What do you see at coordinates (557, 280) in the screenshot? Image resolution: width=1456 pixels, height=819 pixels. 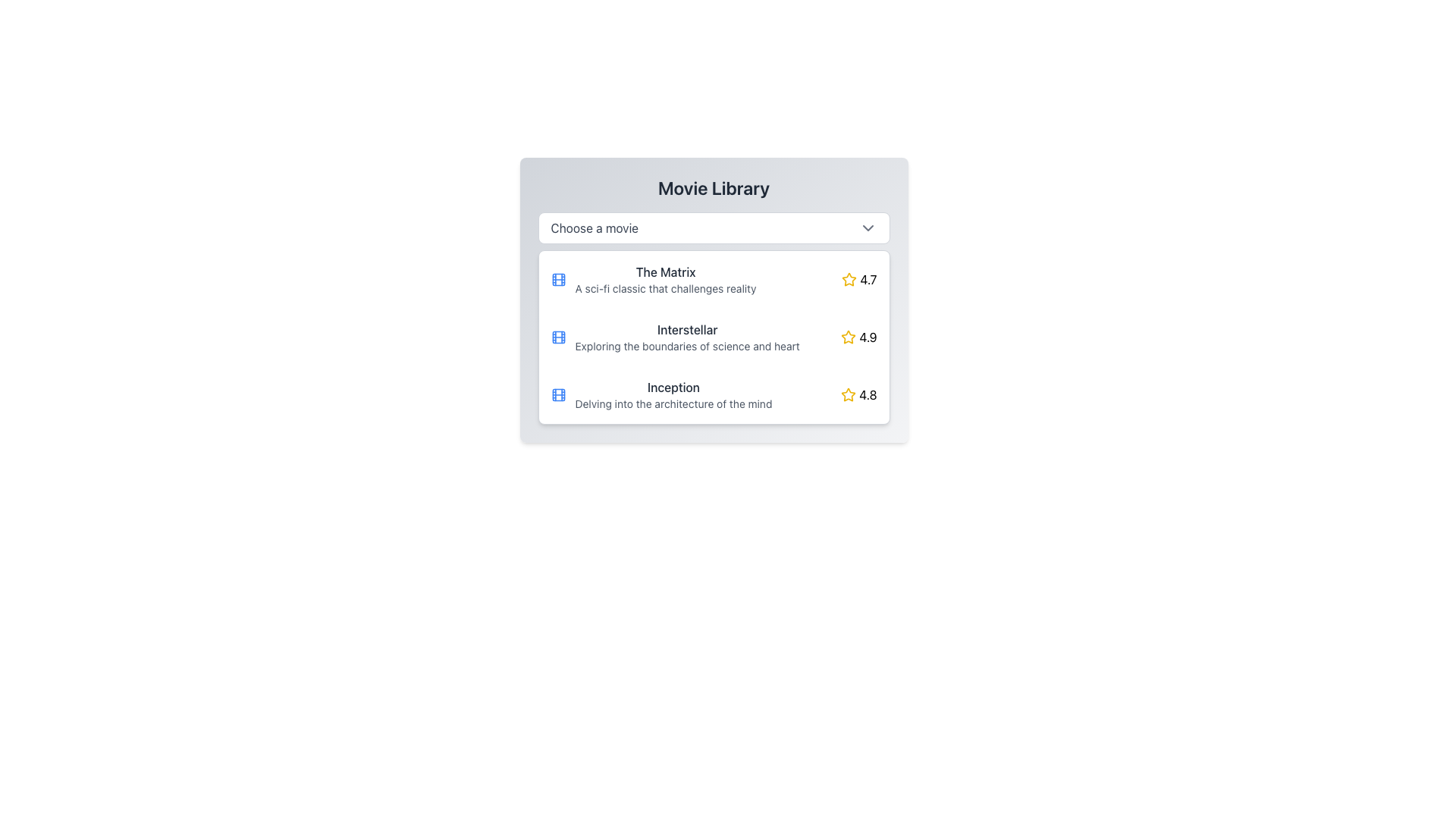 I see `the decorative film strip icon located at the top-left corner of the first movie item in a vertical list` at bounding box center [557, 280].